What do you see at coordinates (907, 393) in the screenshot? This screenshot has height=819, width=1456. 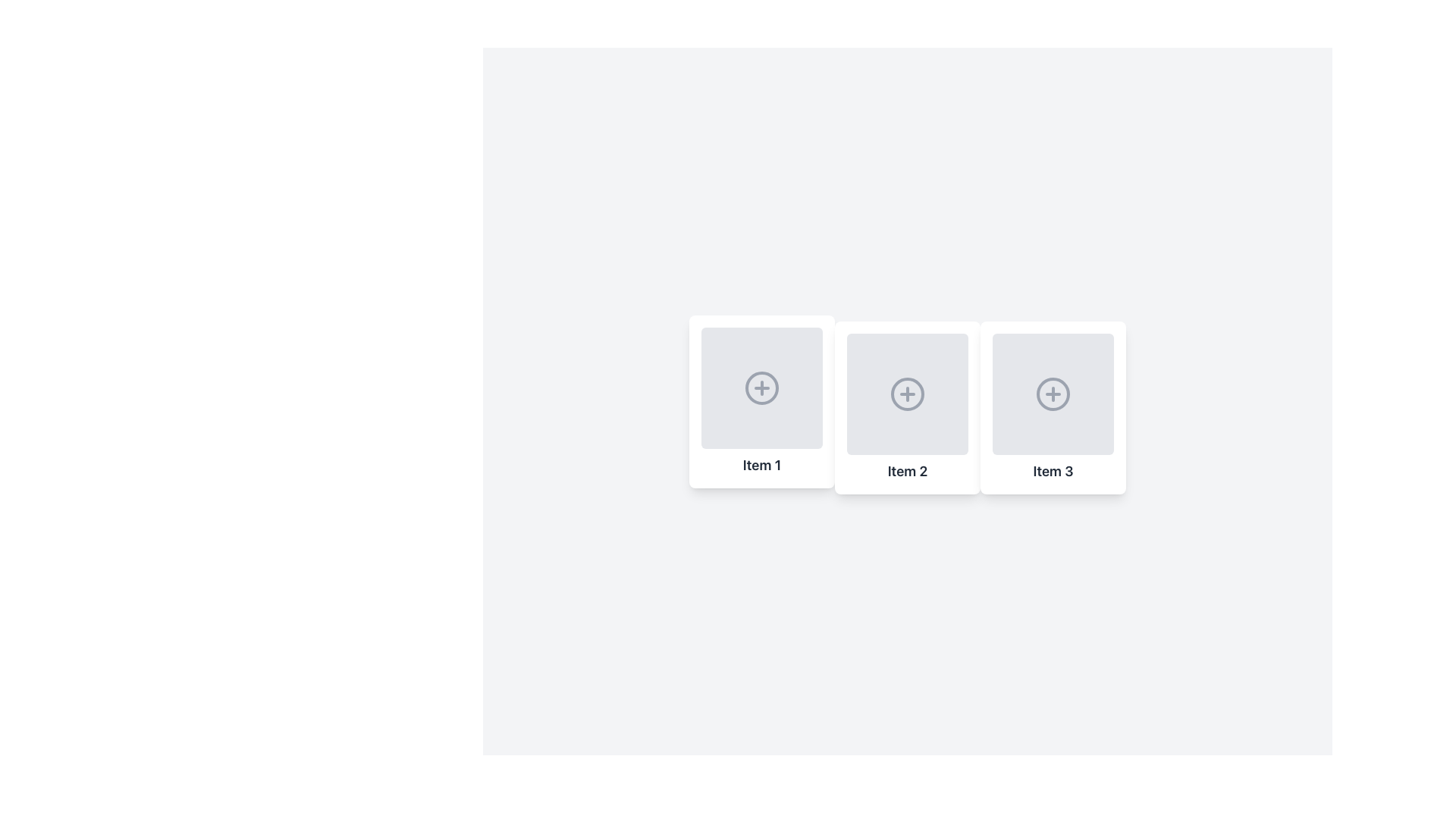 I see `the interactive add button located in the central position of the card labeled 'Item 2'` at bounding box center [907, 393].